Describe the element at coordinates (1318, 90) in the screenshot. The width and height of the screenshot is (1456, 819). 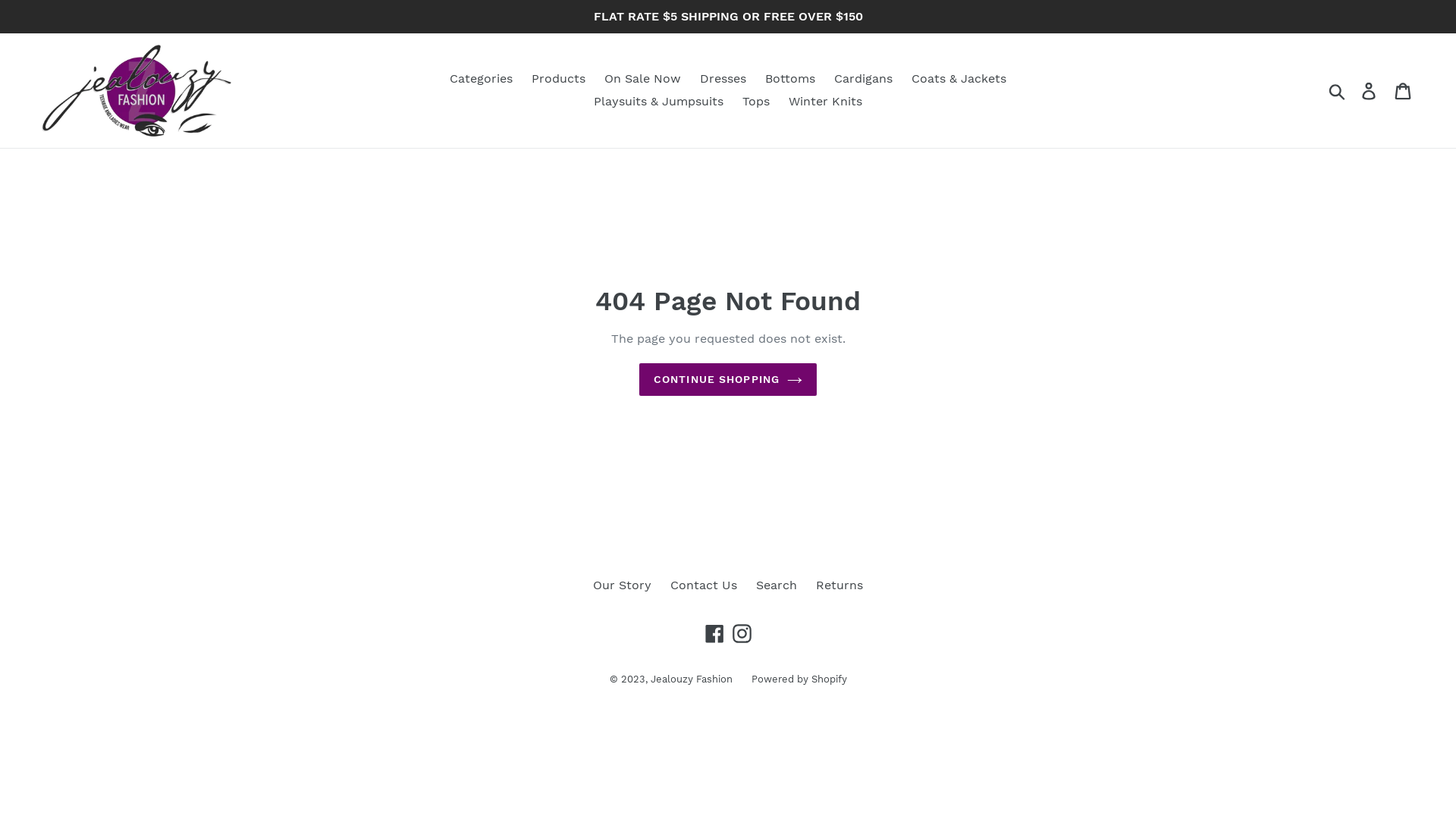
I see `'Submit'` at that location.